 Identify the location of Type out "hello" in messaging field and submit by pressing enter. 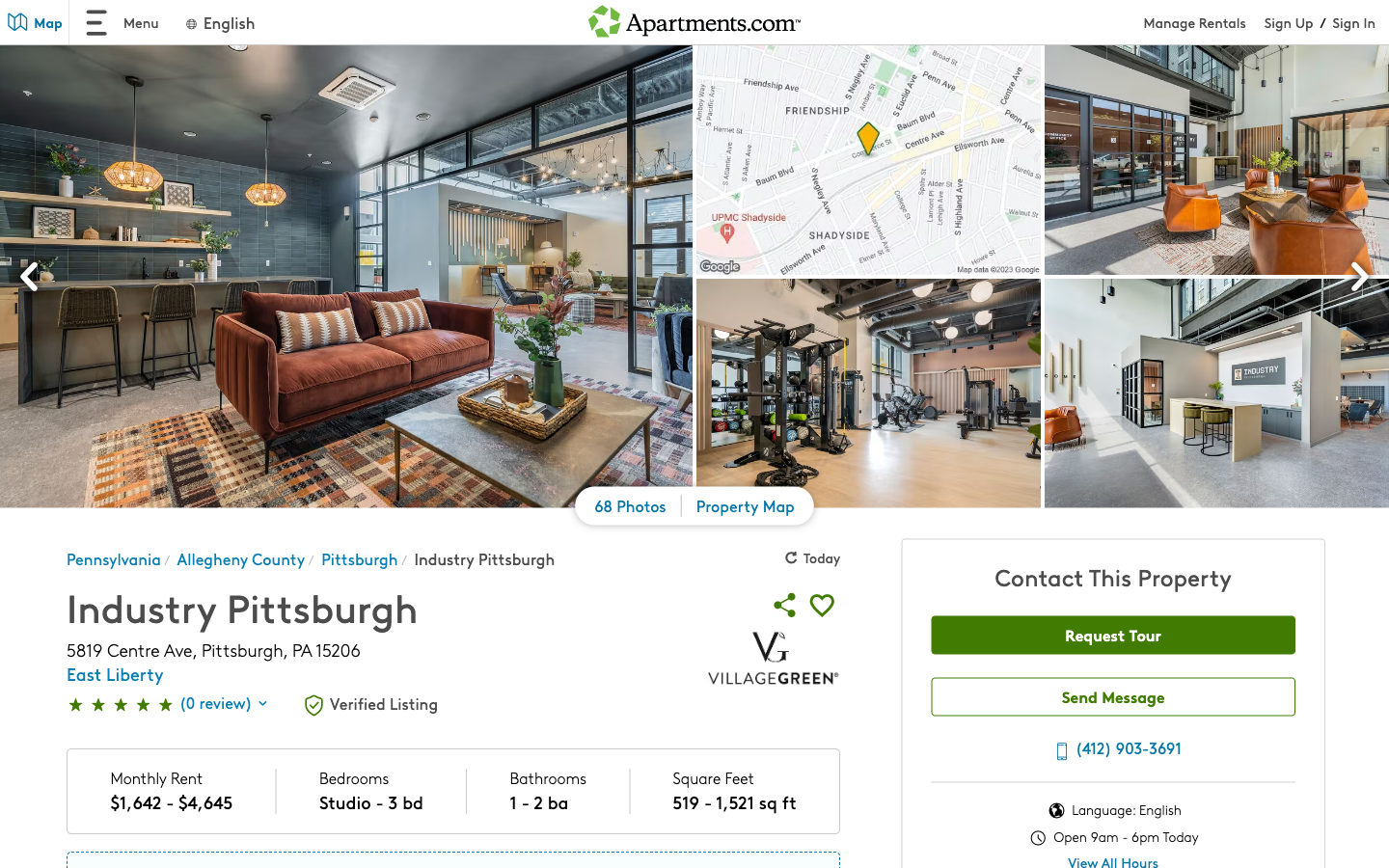
(1113, 699).